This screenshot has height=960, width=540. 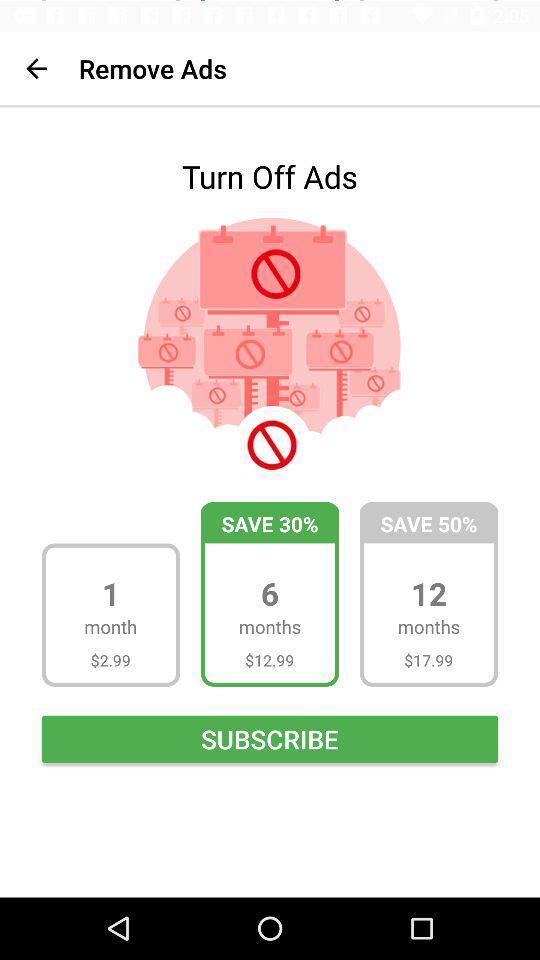 What do you see at coordinates (270, 737) in the screenshot?
I see `item below $2.99 icon` at bounding box center [270, 737].